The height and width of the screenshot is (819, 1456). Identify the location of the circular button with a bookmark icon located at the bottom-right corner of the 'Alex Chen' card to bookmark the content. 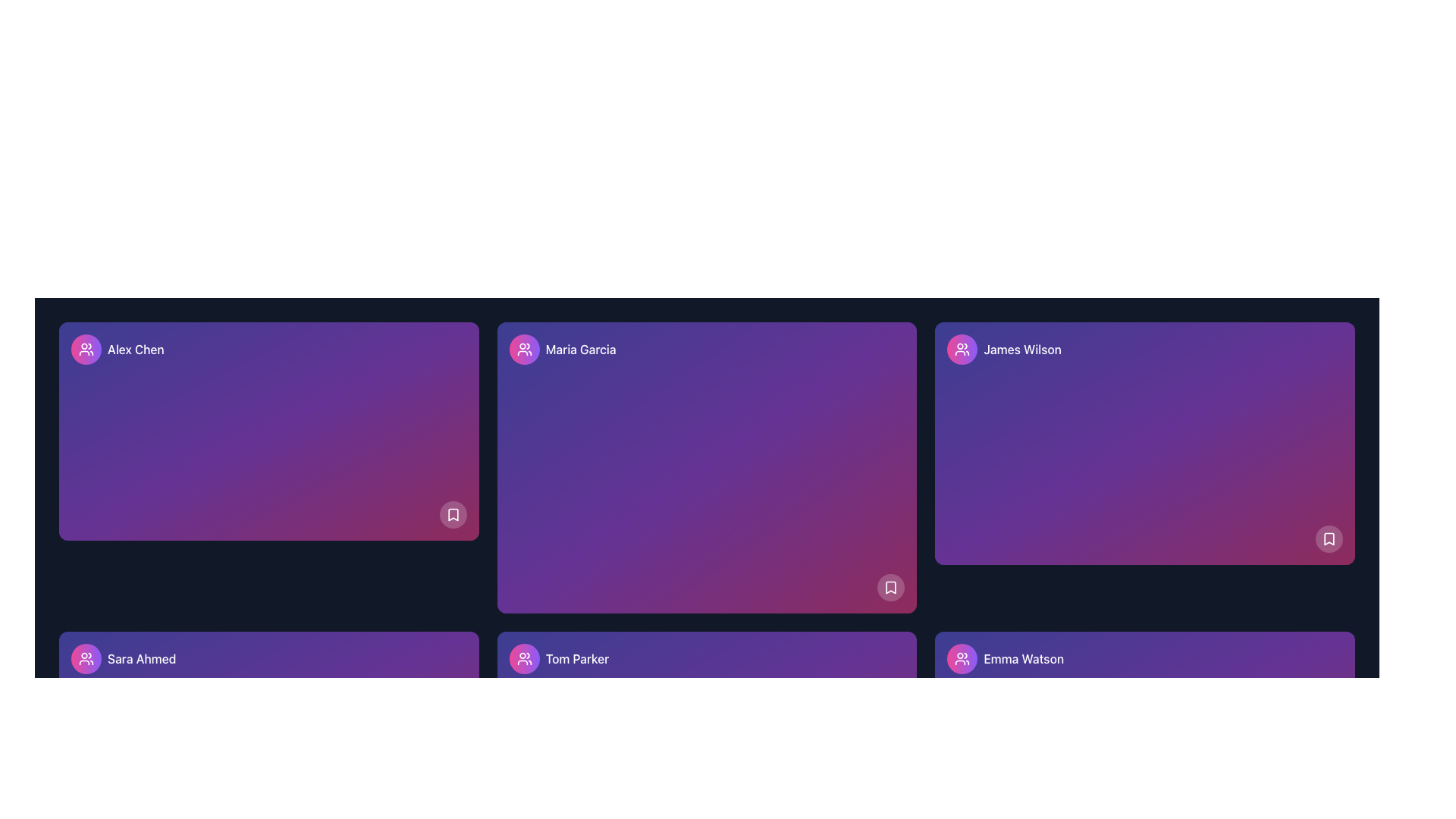
(452, 513).